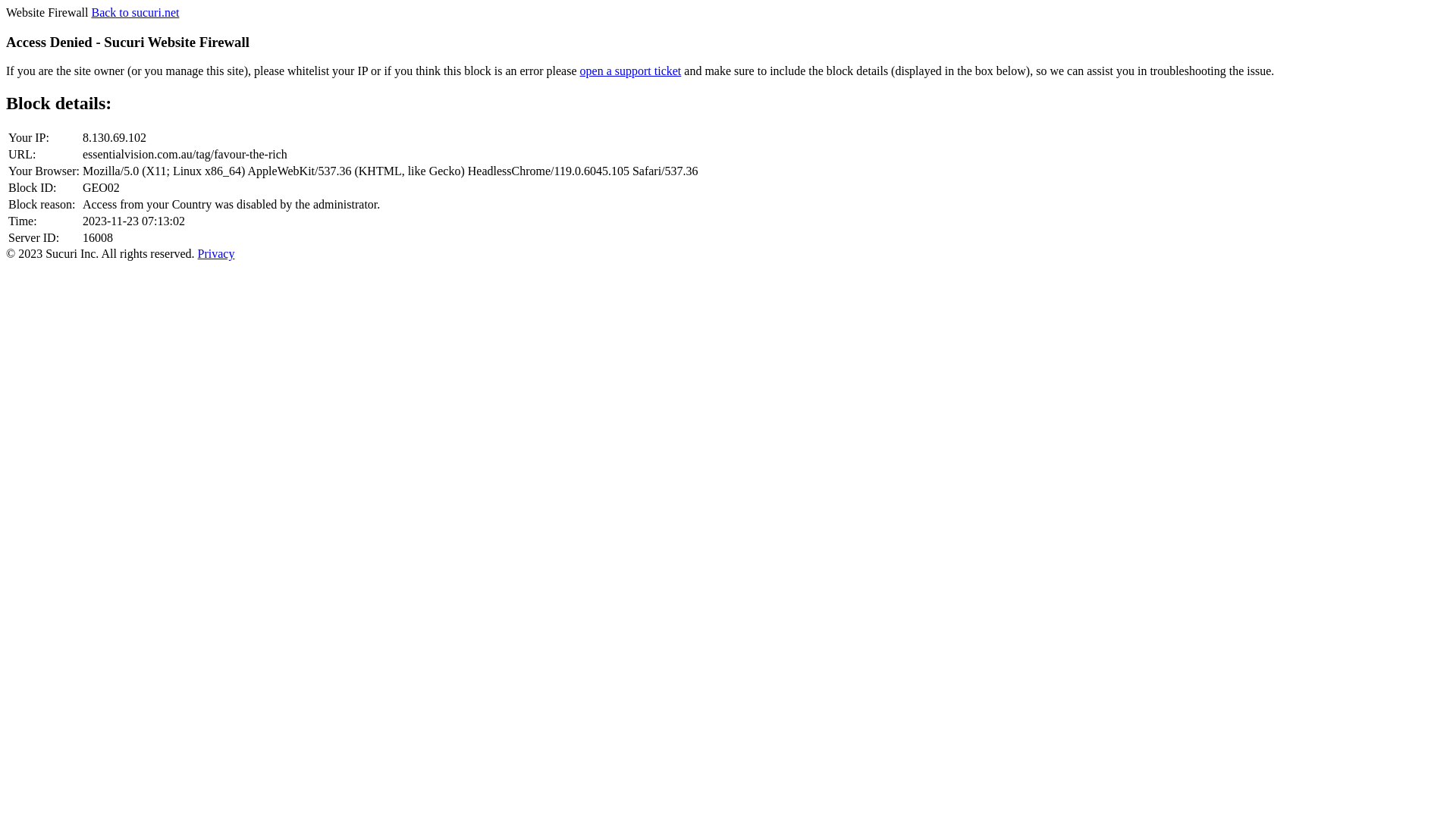  What do you see at coordinates (579, 71) in the screenshot?
I see `'open a support ticket'` at bounding box center [579, 71].